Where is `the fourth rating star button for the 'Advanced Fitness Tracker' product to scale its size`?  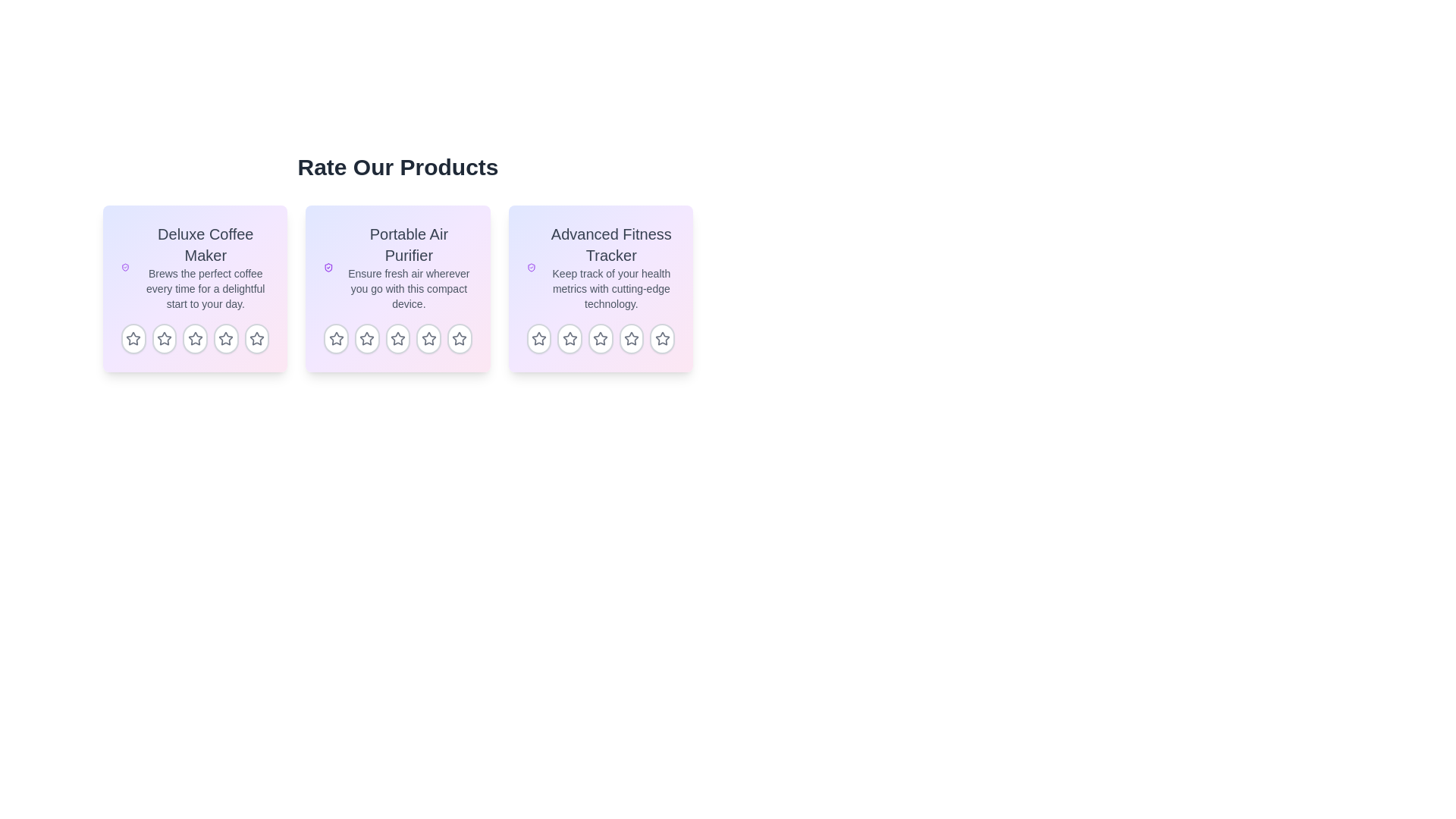
the fourth rating star button for the 'Advanced Fitness Tracker' product to scale its size is located at coordinates (632, 338).